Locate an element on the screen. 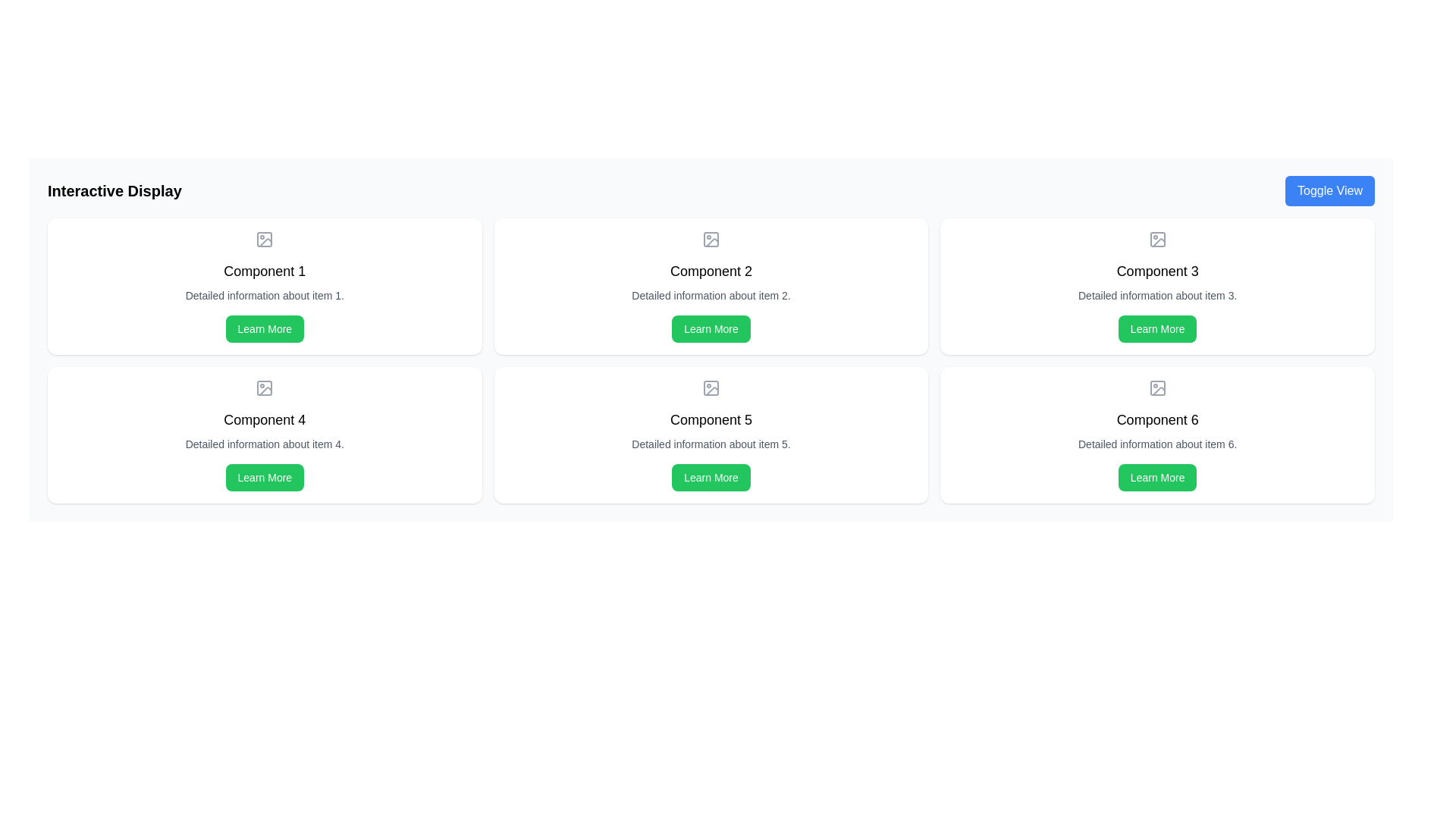 The height and width of the screenshot is (819, 1456). displayed information from the Content card labeled 'Component 5' which includes a title and a description, and a button 'Learn More' at the bottom is located at coordinates (710, 435).